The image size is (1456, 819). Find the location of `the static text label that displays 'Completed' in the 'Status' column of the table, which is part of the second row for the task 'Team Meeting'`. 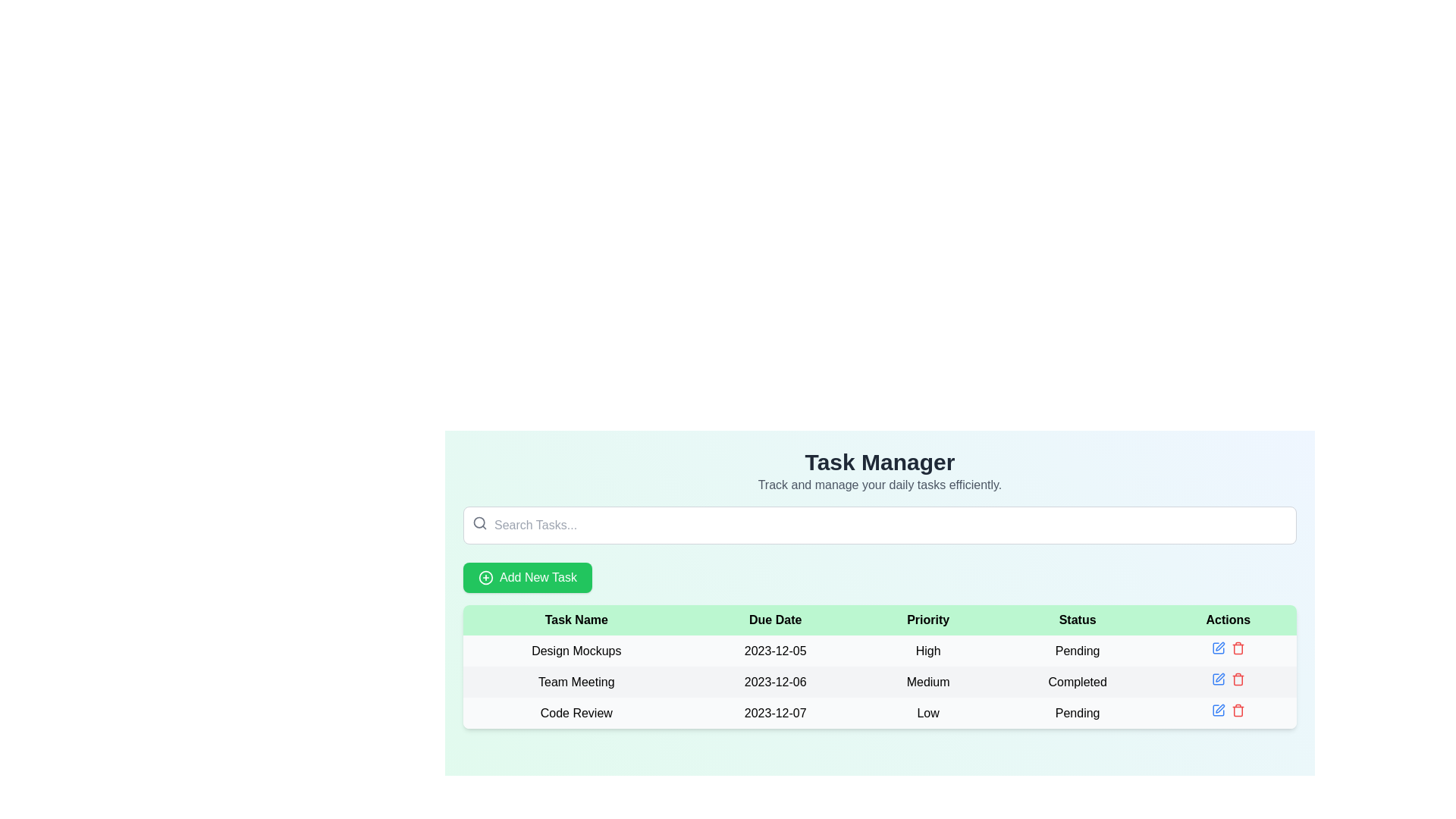

the static text label that displays 'Completed' in the 'Status' column of the table, which is part of the second row for the task 'Team Meeting' is located at coordinates (1077, 681).